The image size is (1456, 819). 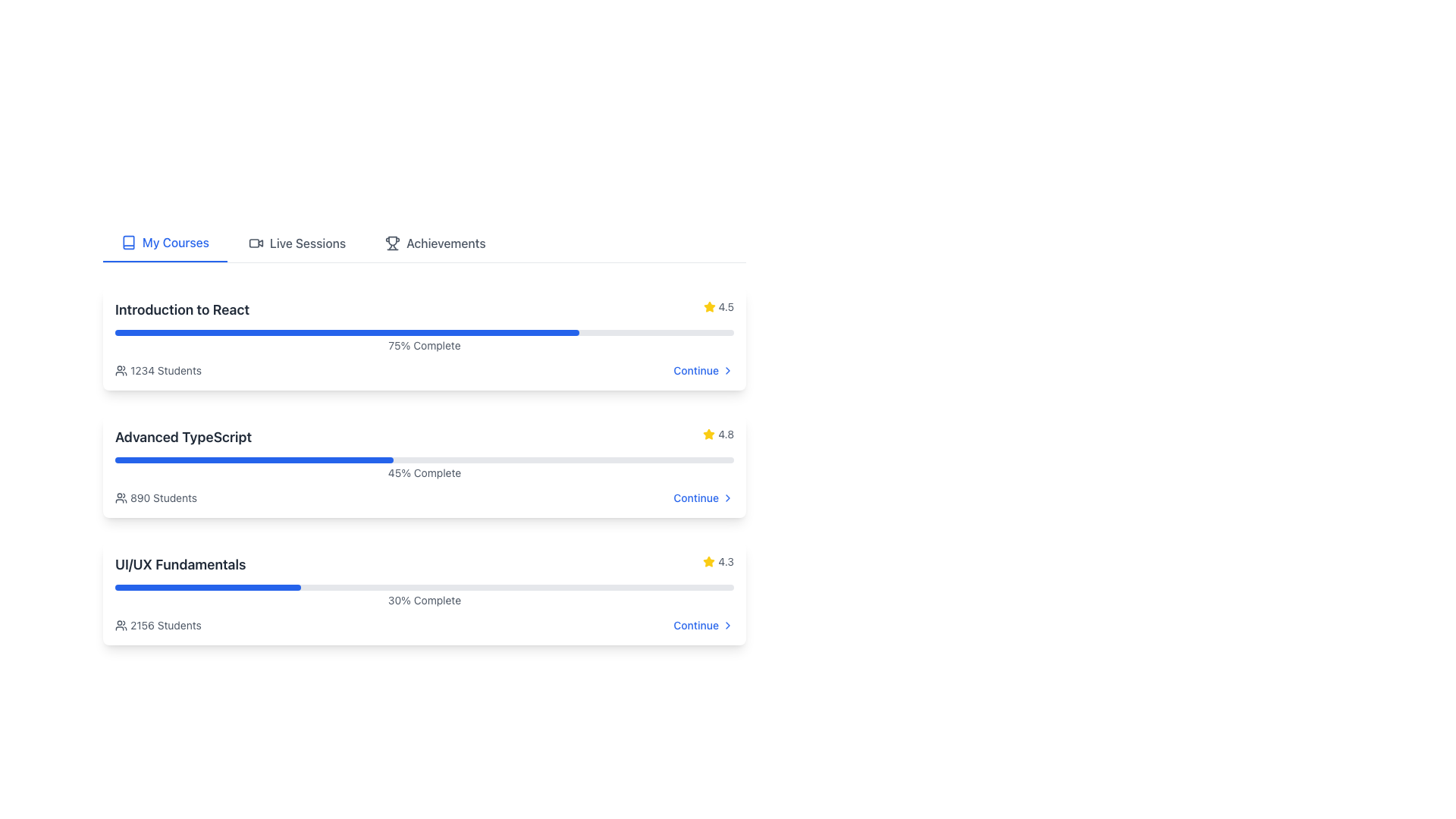 I want to click on text content of the label indicating the completion percentage of the course progress bar for 'Introduction to React', located towards the right side of the progress bar, so click(x=425, y=345).